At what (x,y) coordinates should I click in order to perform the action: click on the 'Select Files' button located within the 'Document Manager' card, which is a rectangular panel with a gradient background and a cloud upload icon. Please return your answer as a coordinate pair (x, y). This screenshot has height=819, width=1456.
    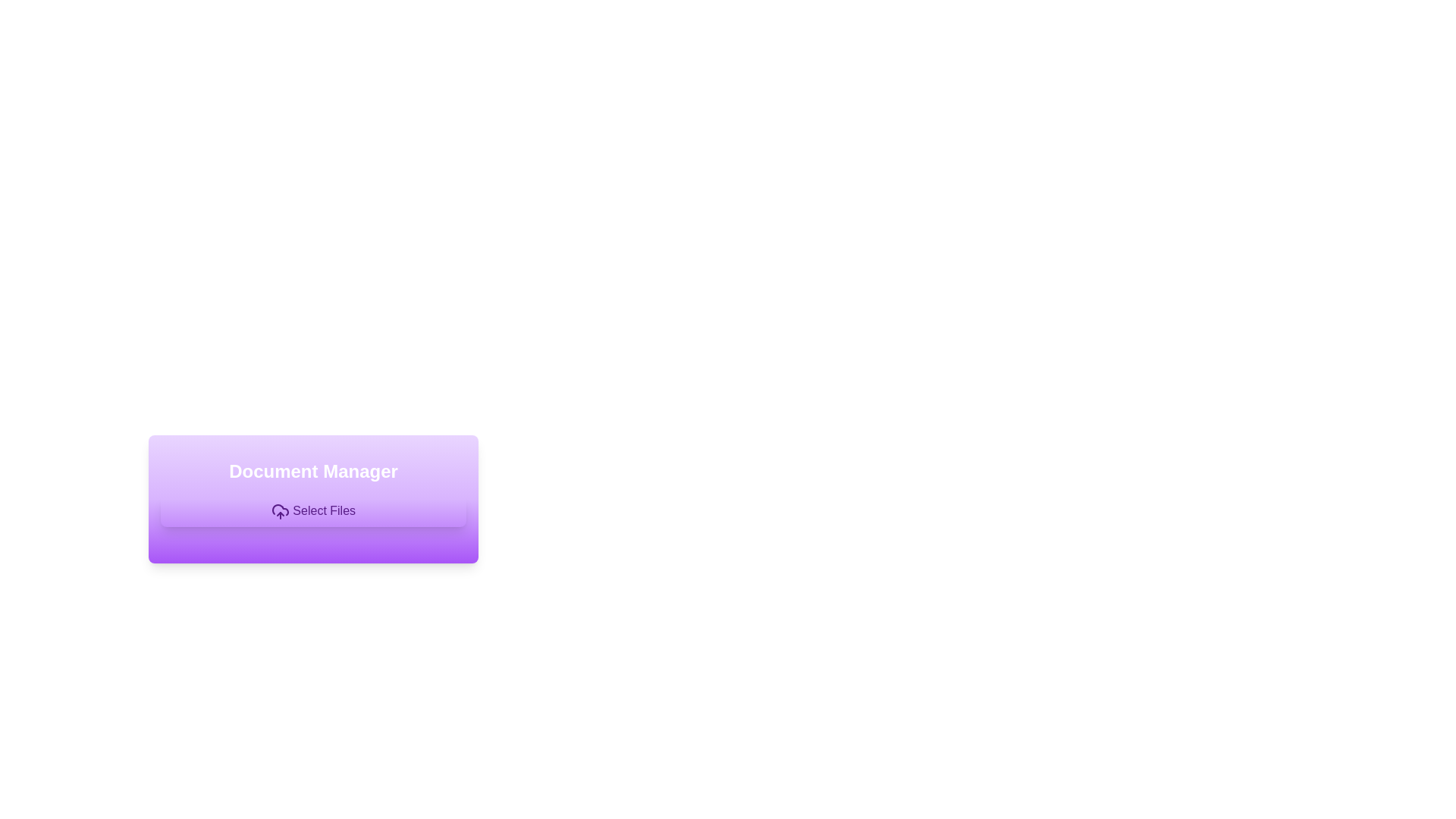
    Looking at the image, I should click on (312, 499).